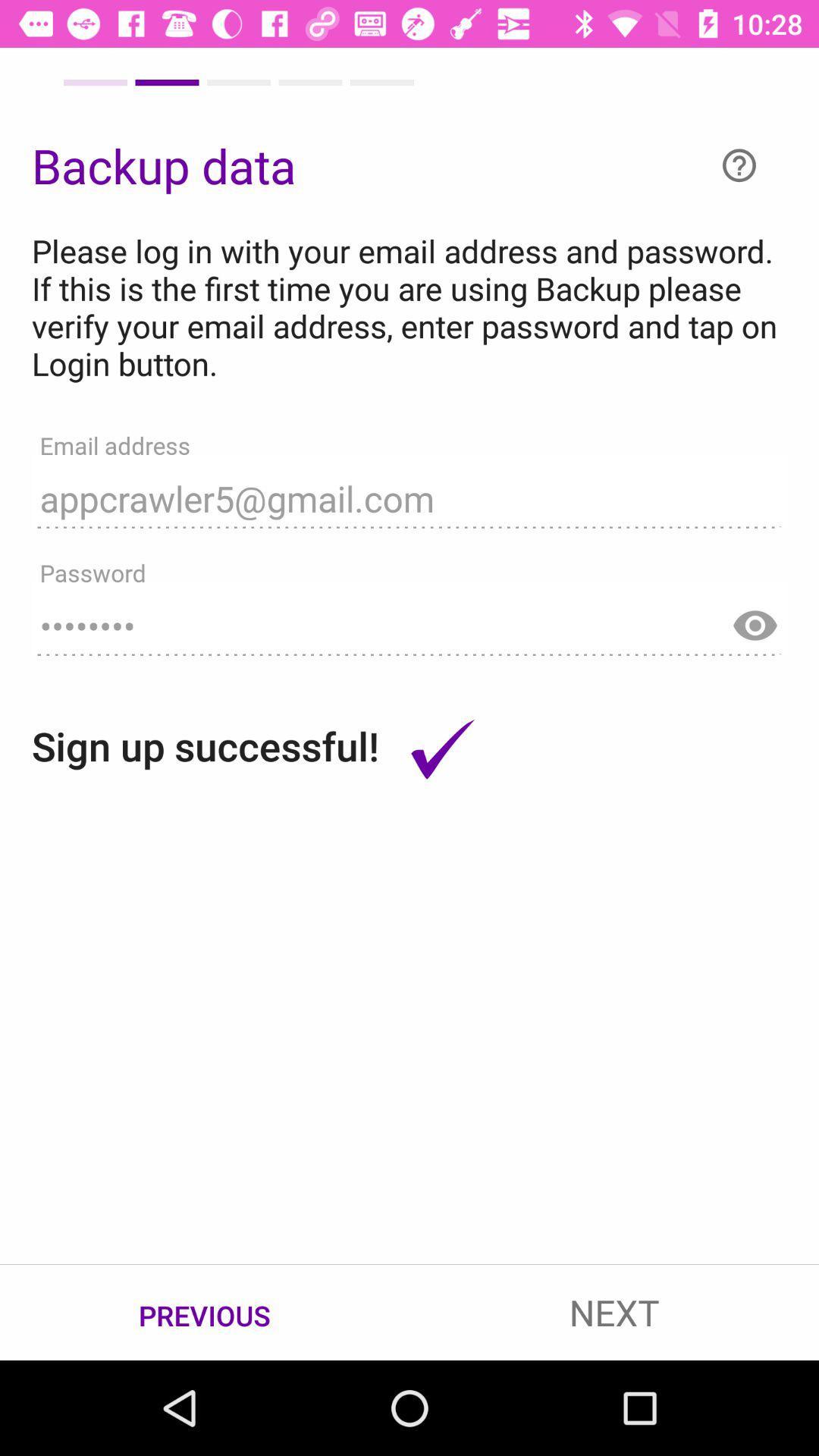 Image resolution: width=819 pixels, height=1456 pixels. What do you see at coordinates (739, 165) in the screenshot?
I see `item above the please log in` at bounding box center [739, 165].